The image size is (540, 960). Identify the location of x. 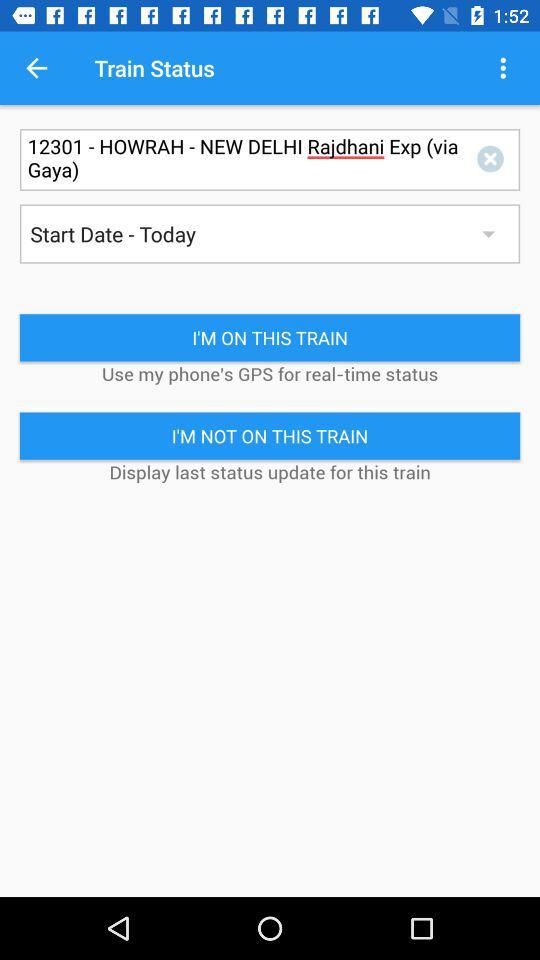
(493, 158).